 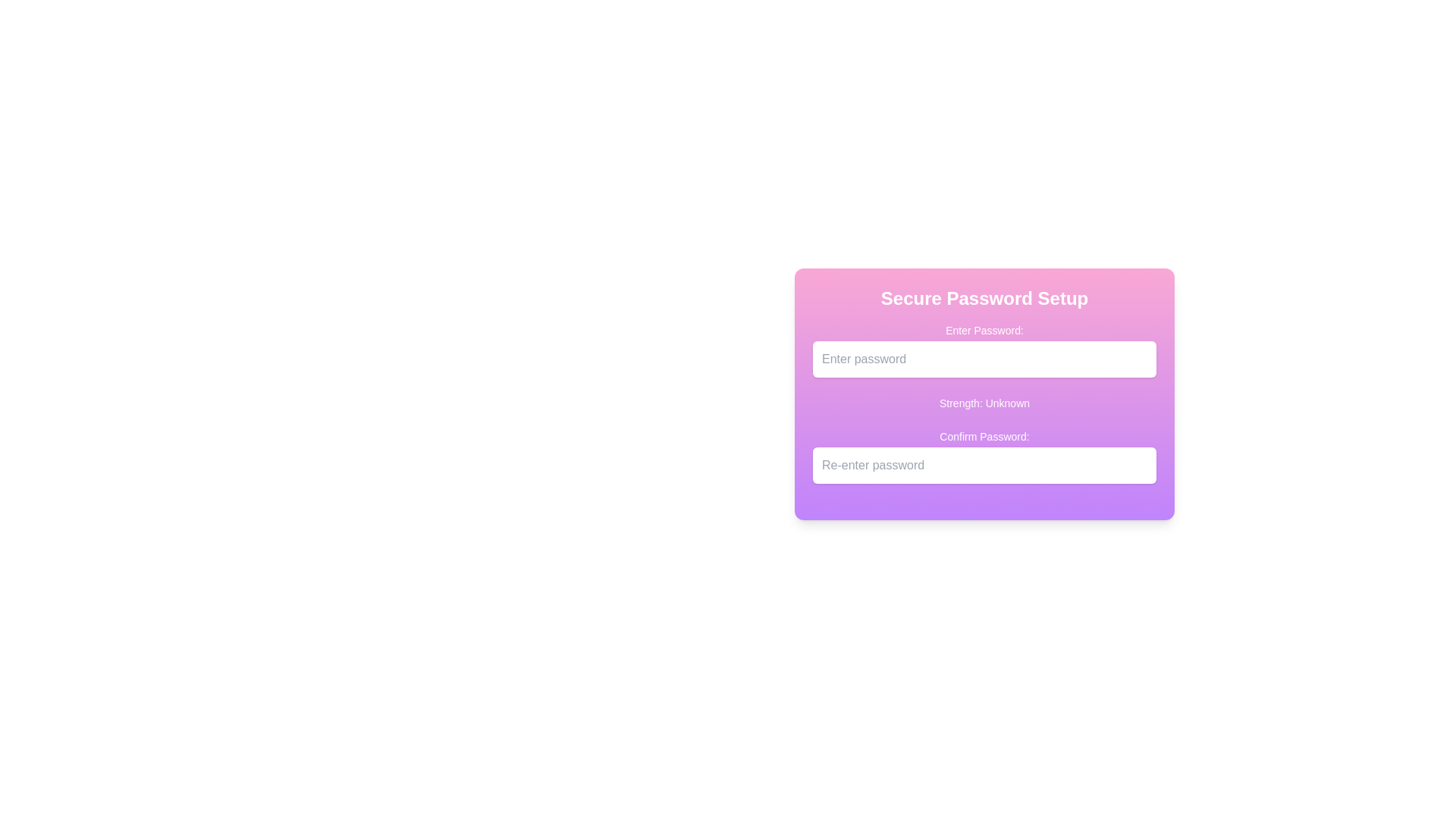 I want to click on label that instructs the user to 'Enter Password:' positioned on a light pink background above the password input field in the 'Secure Password Setup' form, so click(x=984, y=329).